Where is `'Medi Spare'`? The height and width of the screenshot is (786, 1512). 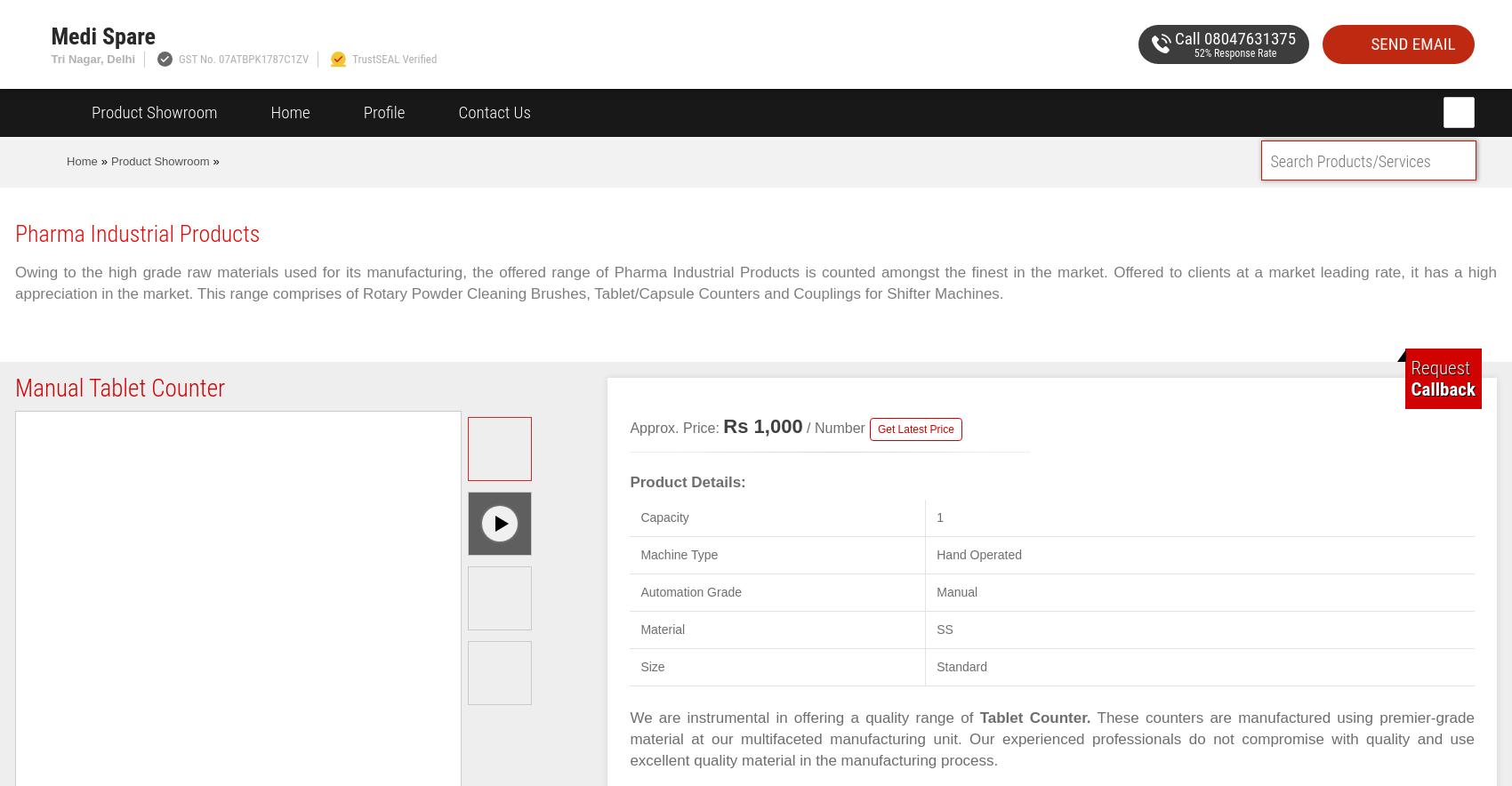
'Medi Spare' is located at coordinates (50, 36).